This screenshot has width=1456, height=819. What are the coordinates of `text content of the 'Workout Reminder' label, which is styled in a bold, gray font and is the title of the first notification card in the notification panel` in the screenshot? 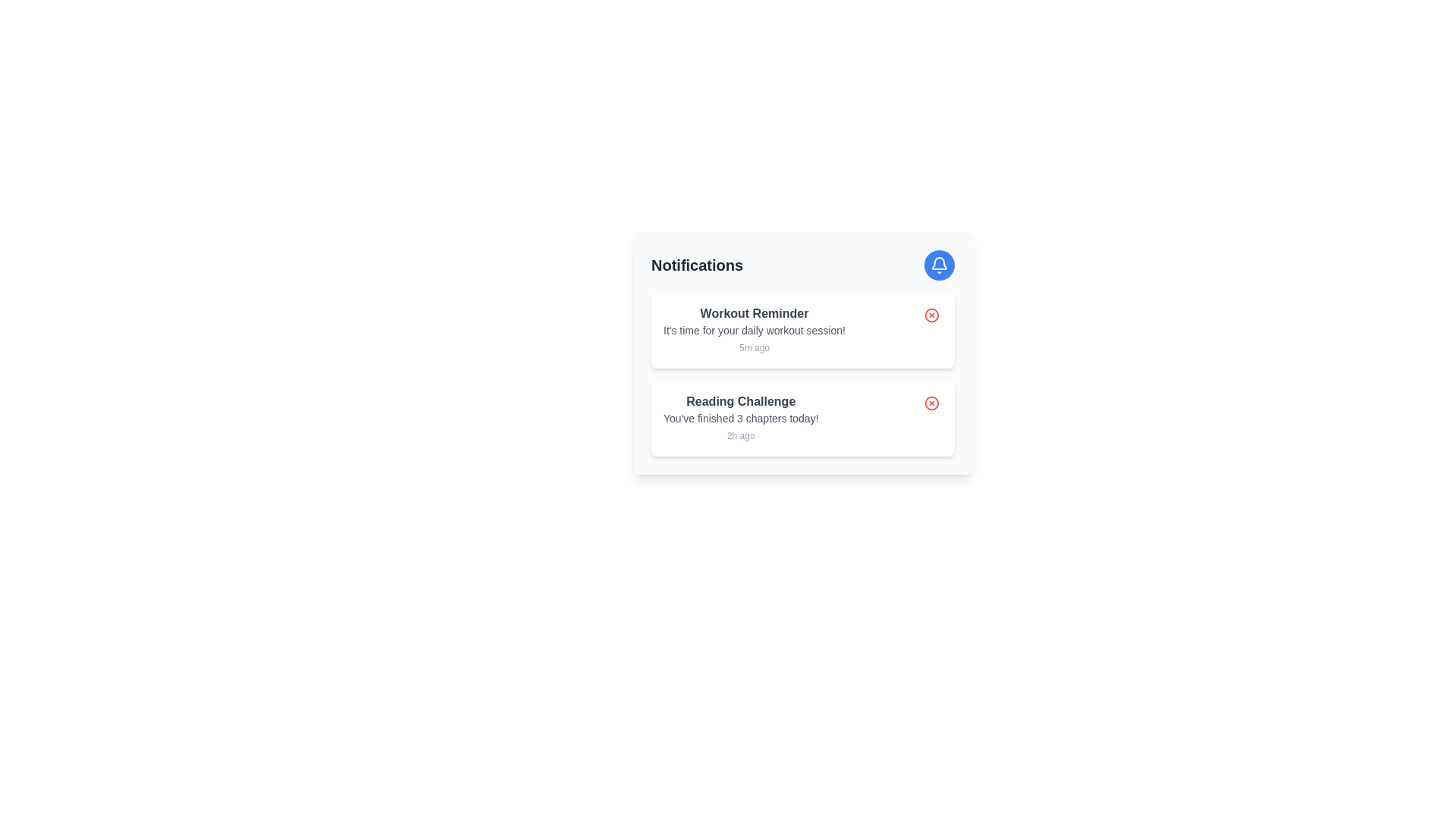 It's located at (754, 312).